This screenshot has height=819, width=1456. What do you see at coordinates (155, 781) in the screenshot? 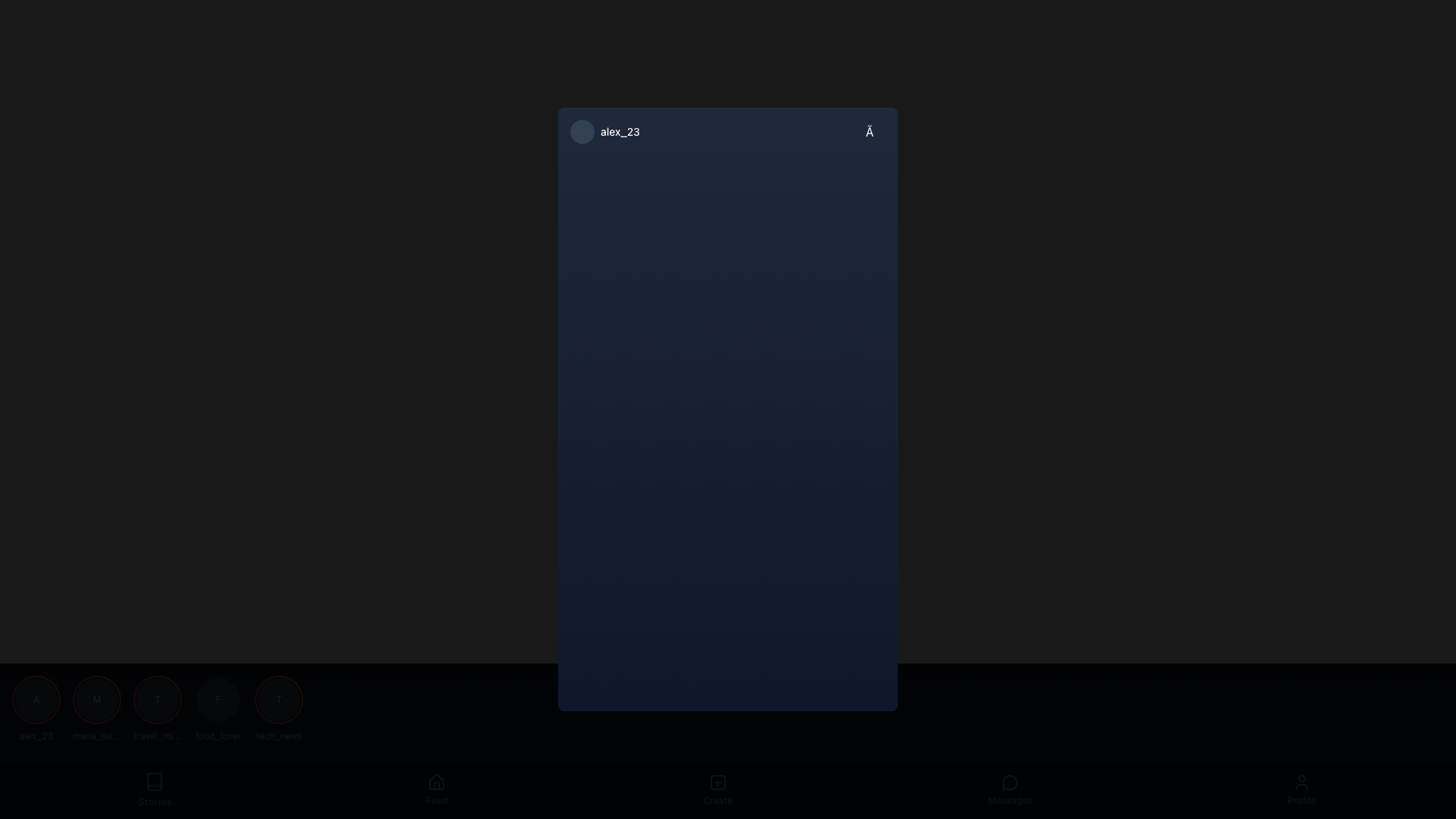
I see `the 'Stories' icon button, which is located in the navigation bar at the bottom of the interface` at bounding box center [155, 781].